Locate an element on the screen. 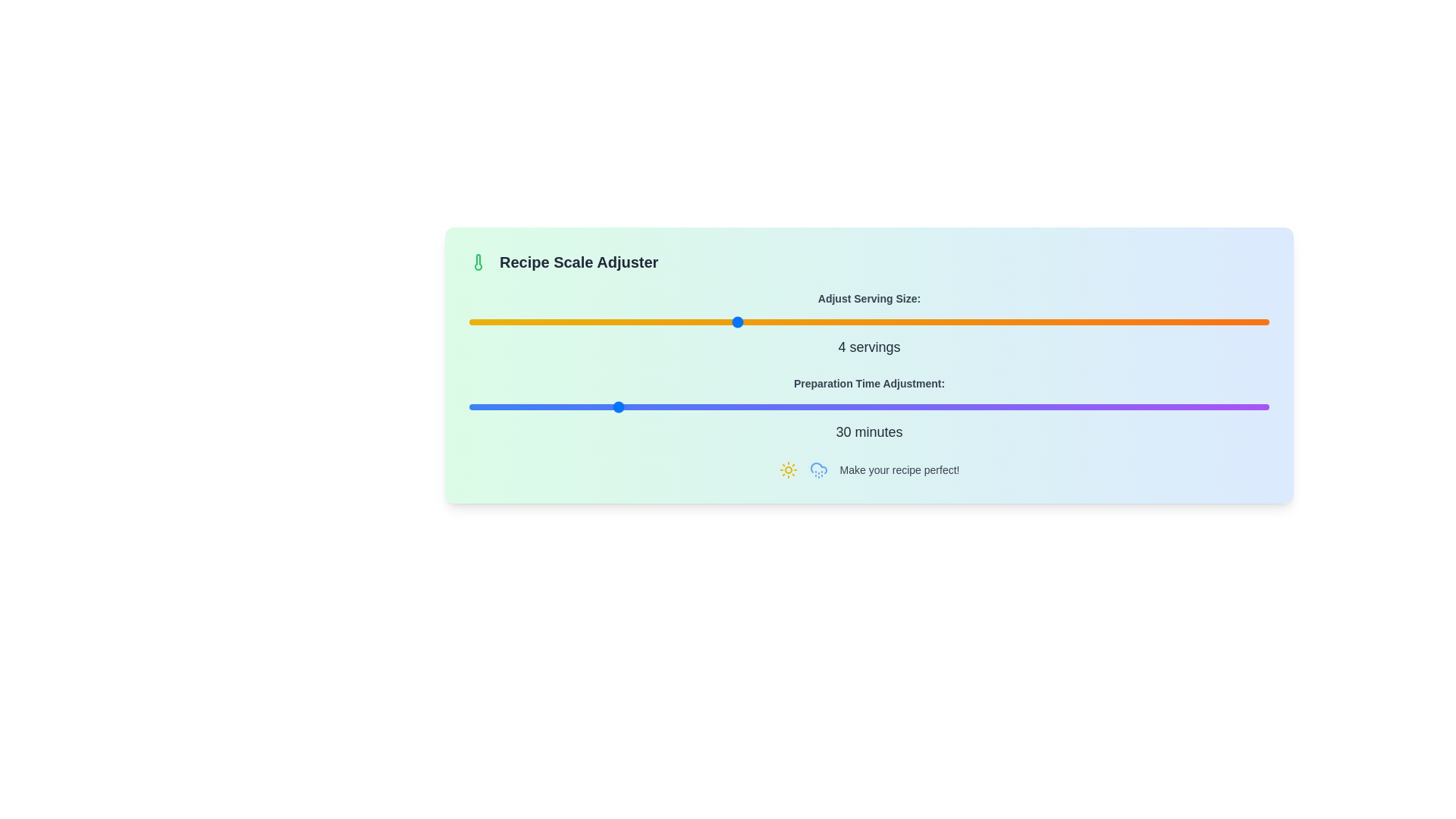 The height and width of the screenshot is (819, 1456). preparation time adjustment is located at coordinates (1094, 406).